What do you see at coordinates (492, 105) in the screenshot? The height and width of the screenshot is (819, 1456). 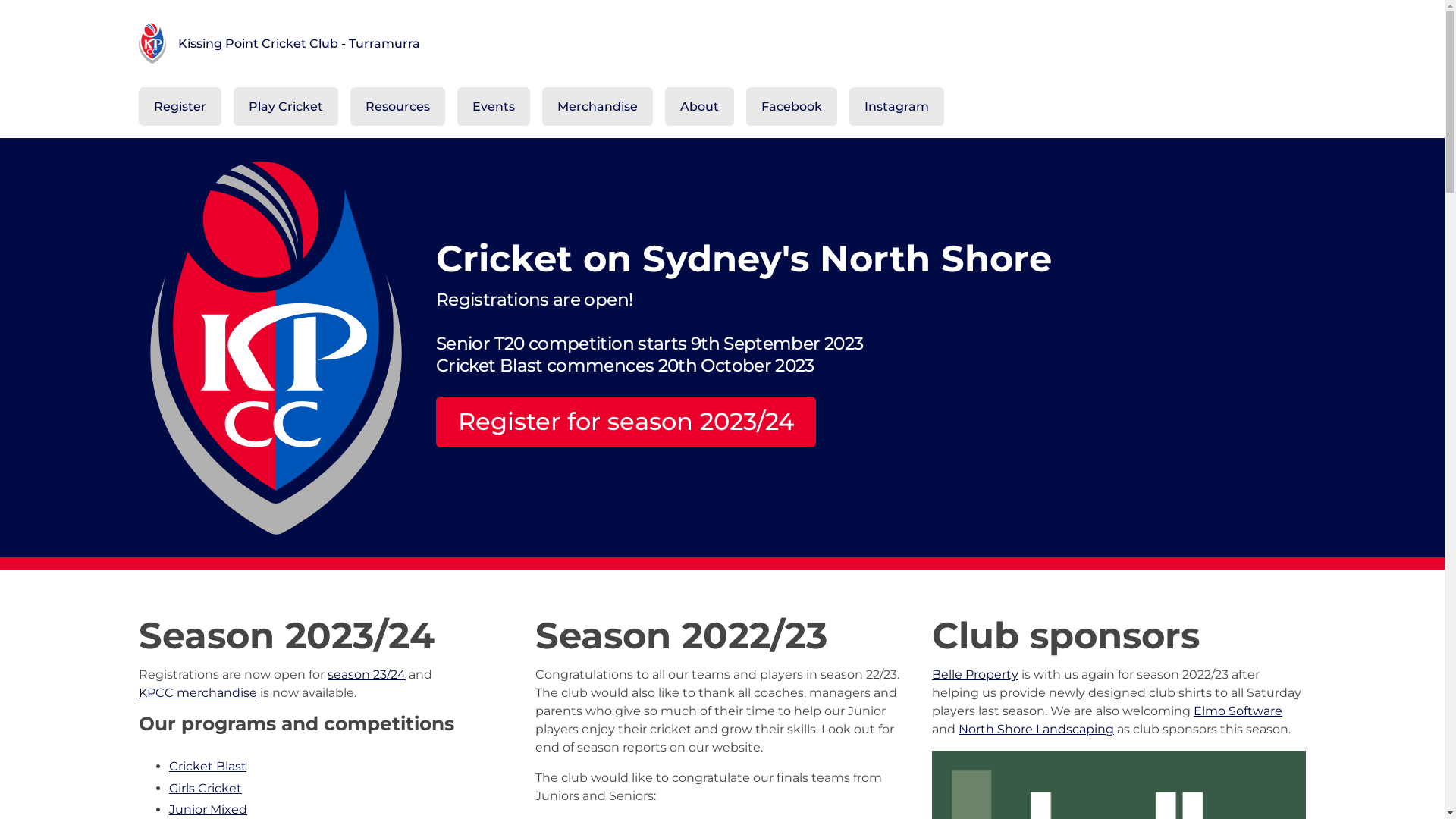 I see `'Events'` at bounding box center [492, 105].